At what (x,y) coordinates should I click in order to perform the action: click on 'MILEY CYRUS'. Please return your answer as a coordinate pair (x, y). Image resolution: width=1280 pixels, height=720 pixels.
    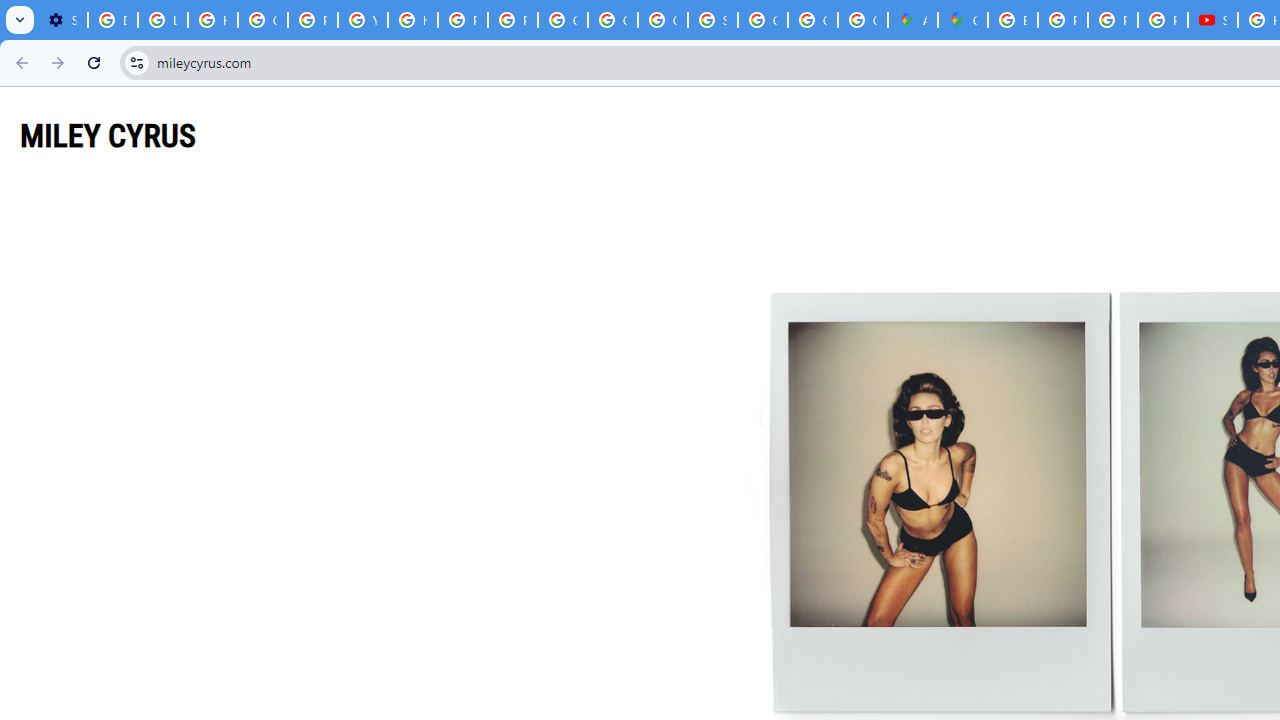
    Looking at the image, I should click on (107, 135).